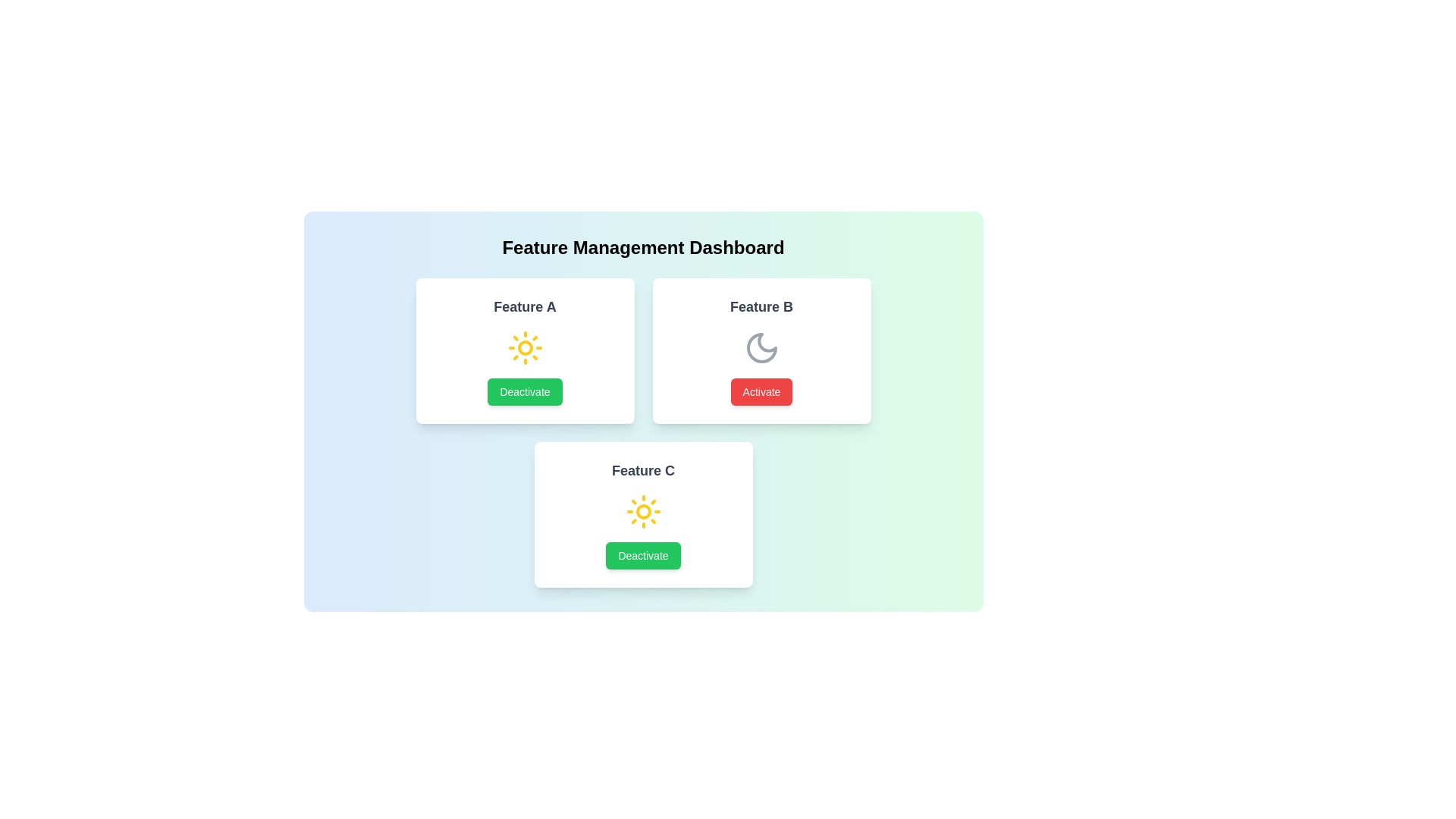  I want to click on the visual indicator (icon) for Feature A to examine its state, so click(525, 348).